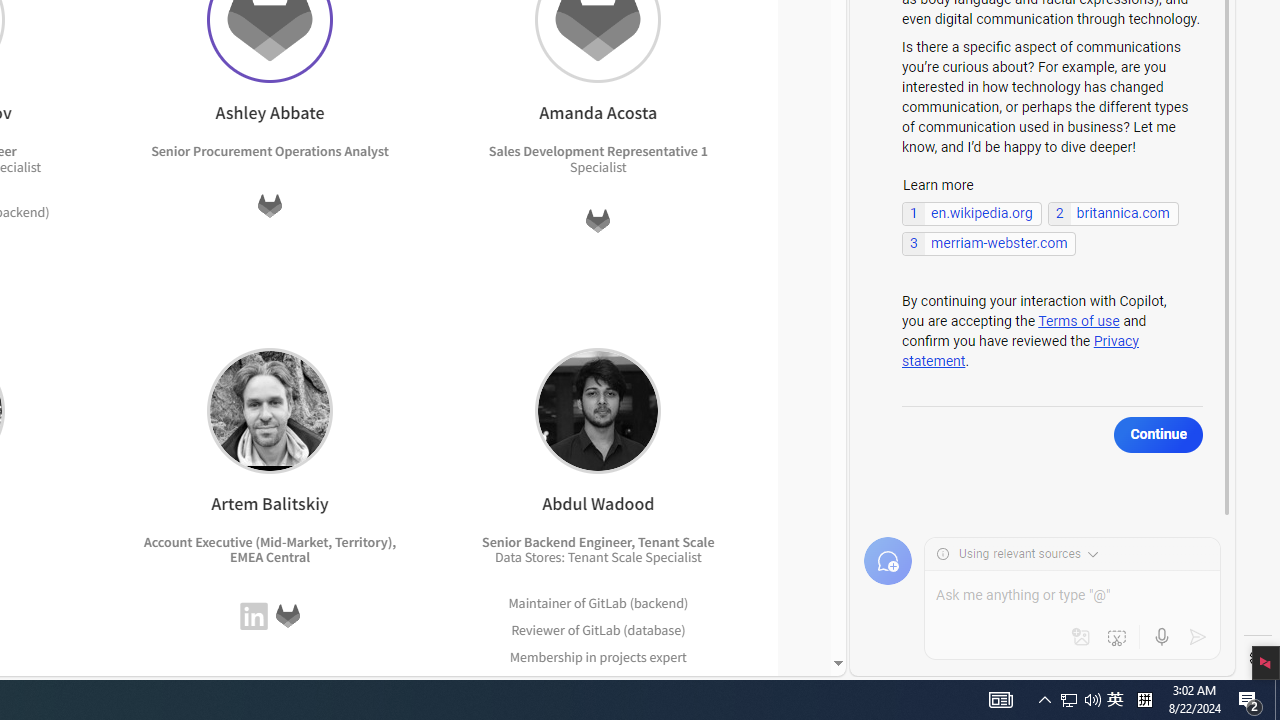 The height and width of the screenshot is (720, 1280). I want to click on 'Membership in projects expert', so click(598, 656).